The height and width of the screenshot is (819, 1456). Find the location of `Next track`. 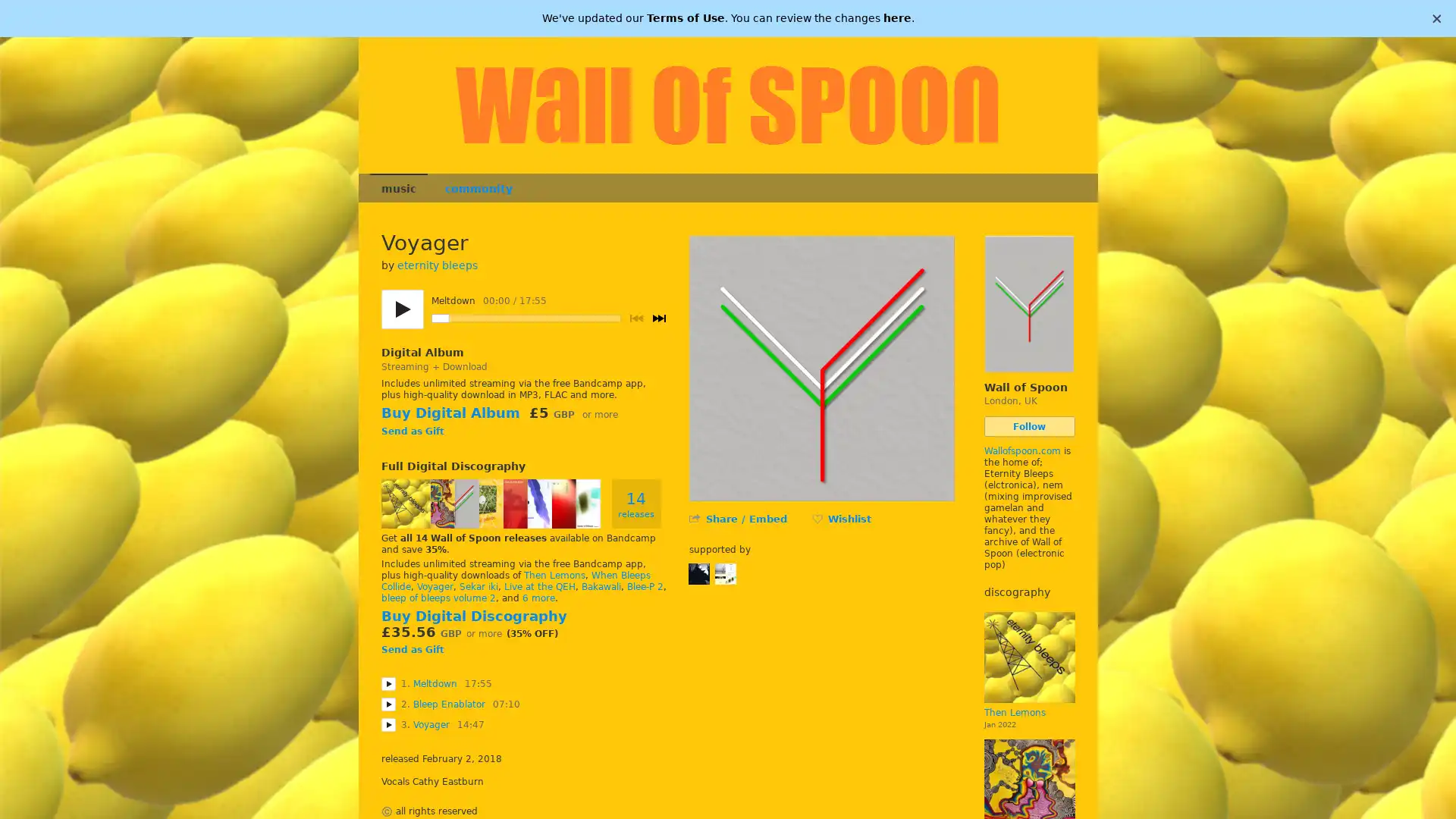

Next track is located at coordinates (658, 318).